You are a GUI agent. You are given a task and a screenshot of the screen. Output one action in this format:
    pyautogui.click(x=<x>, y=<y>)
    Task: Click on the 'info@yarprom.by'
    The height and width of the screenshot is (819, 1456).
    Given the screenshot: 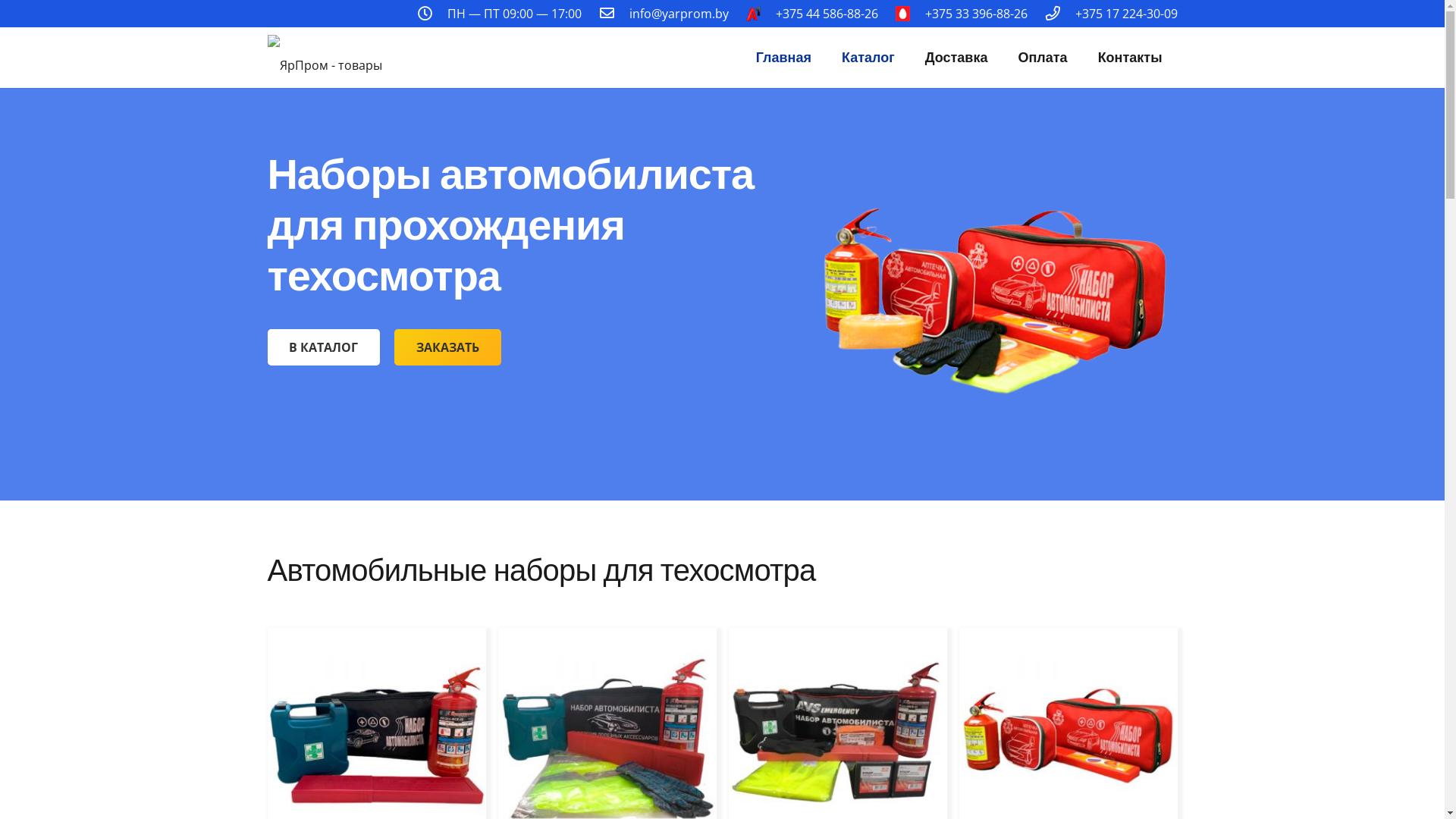 What is the action you would take?
    pyautogui.click(x=678, y=14)
    